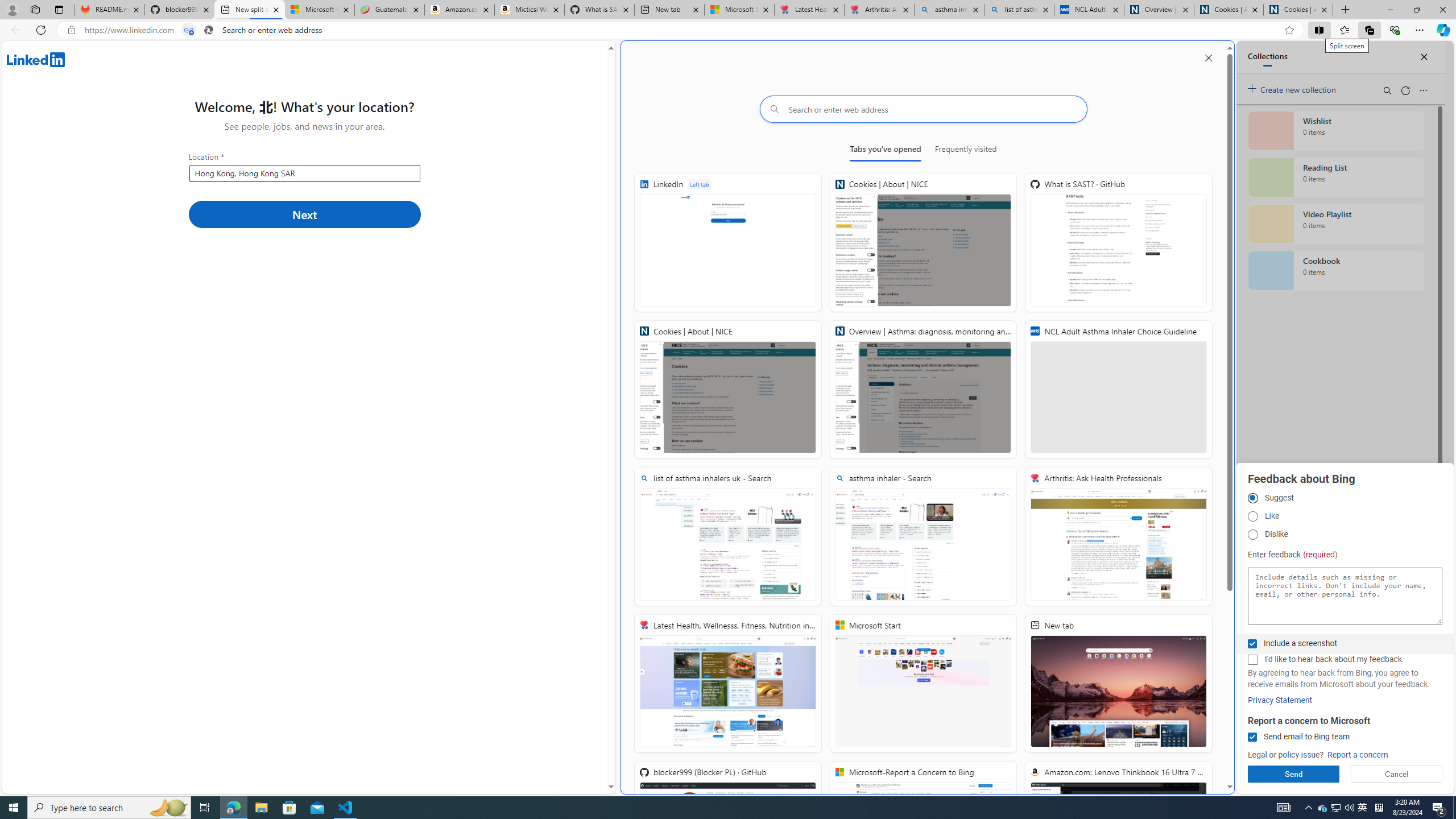  Describe the element at coordinates (1293, 773) in the screenshot. I see `'Send'` at that location.